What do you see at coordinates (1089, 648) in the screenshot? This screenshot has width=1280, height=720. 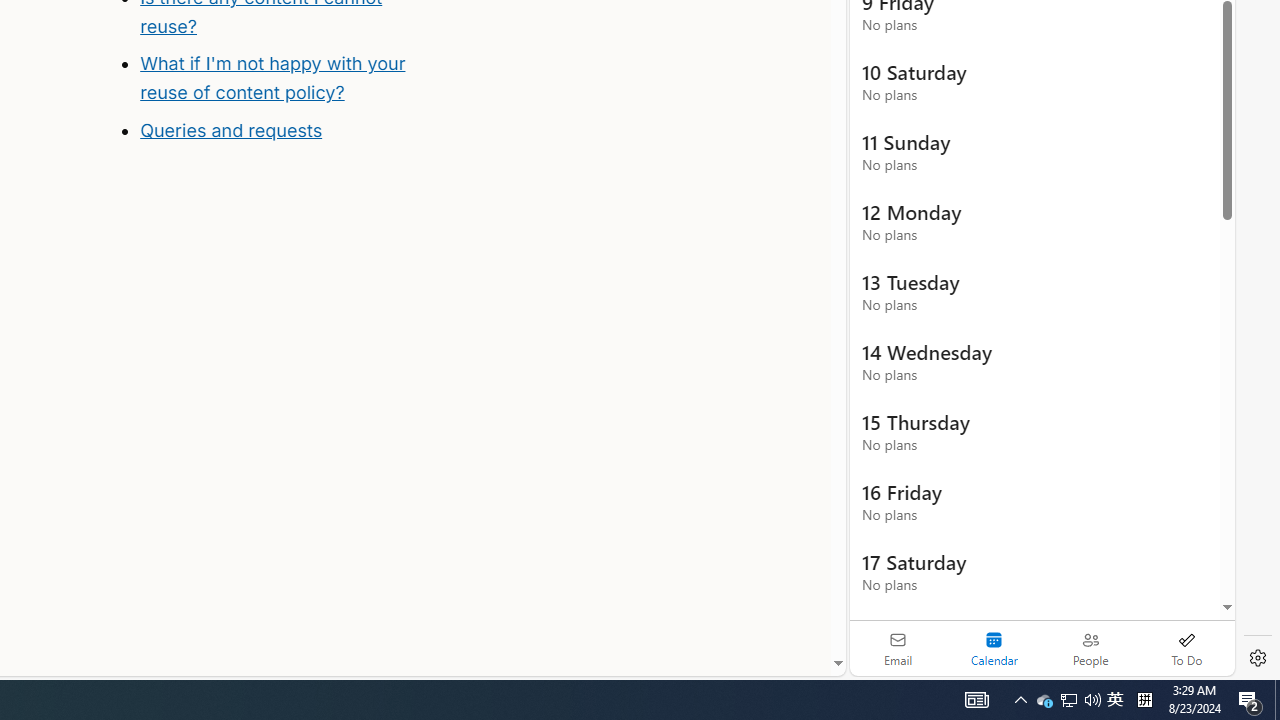 I see `'People'` at bounding box center [1089, 648].